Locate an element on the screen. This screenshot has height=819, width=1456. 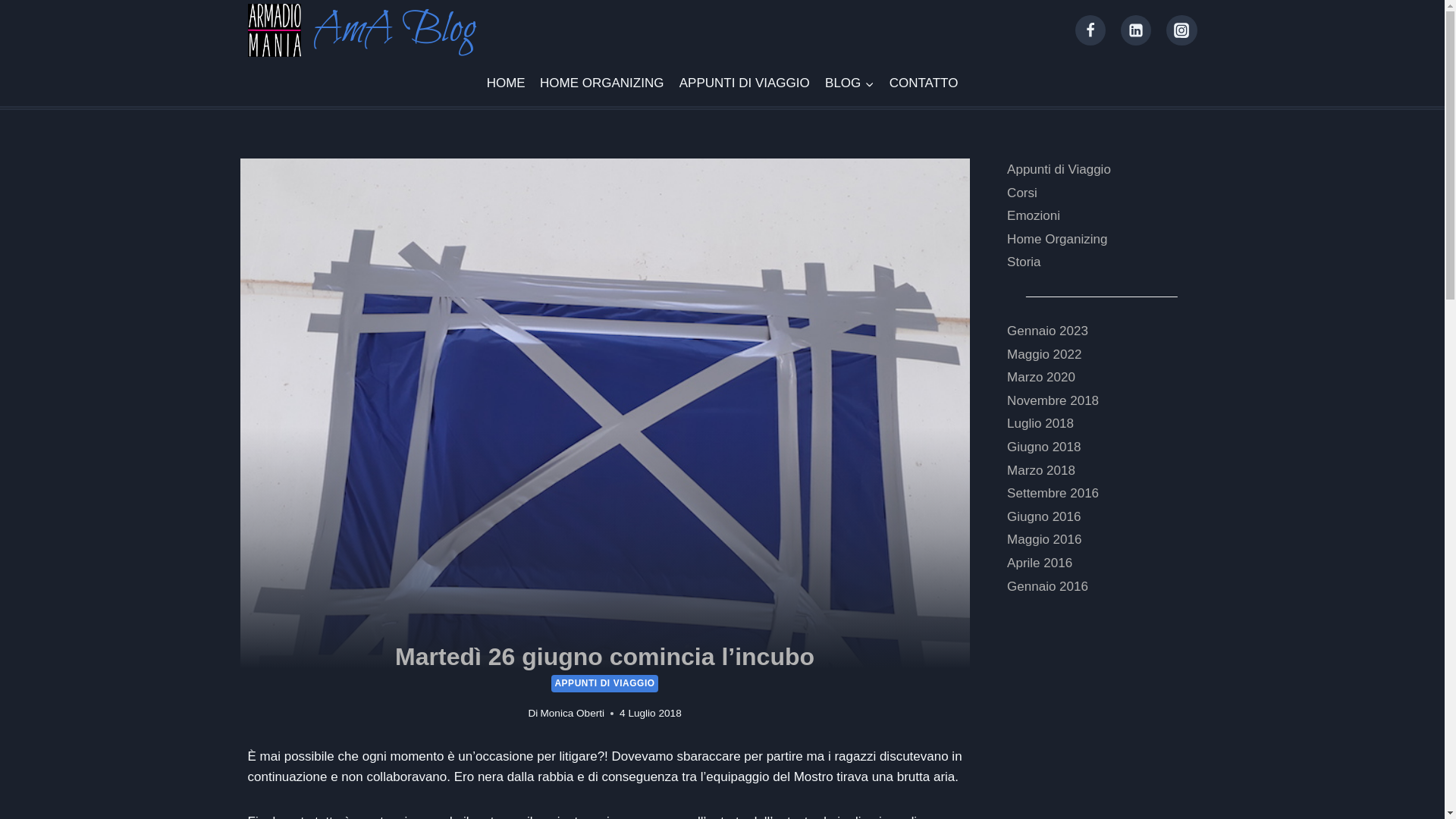
'Settembre 2016' is located at coordinates (1007, 493).